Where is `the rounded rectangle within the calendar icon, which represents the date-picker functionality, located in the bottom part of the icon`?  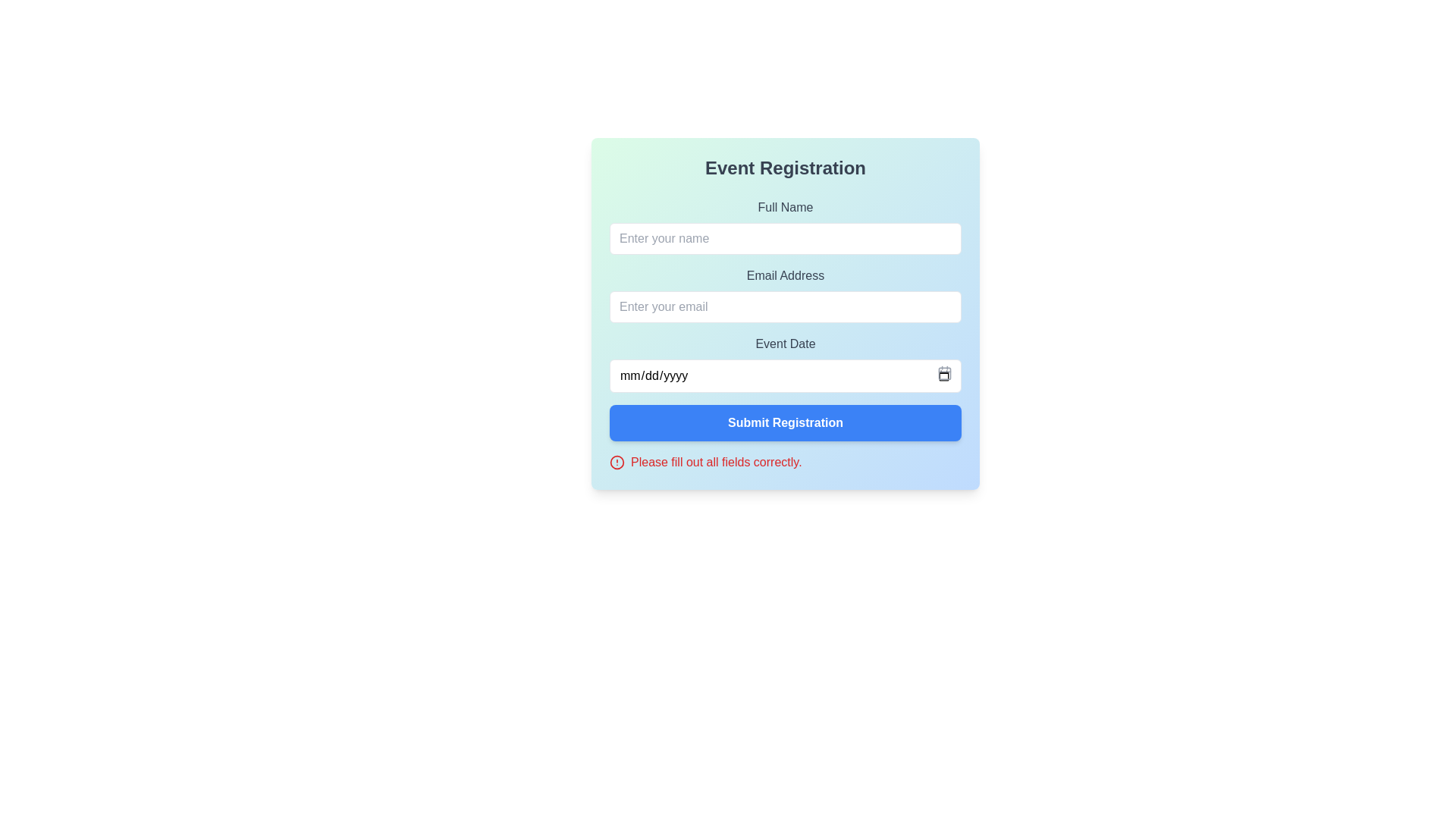
the rounded rectangle within the calendar icon, which represents the date-picker functionality, located in the bottom part of the icon is located at coordinates (944, 373).